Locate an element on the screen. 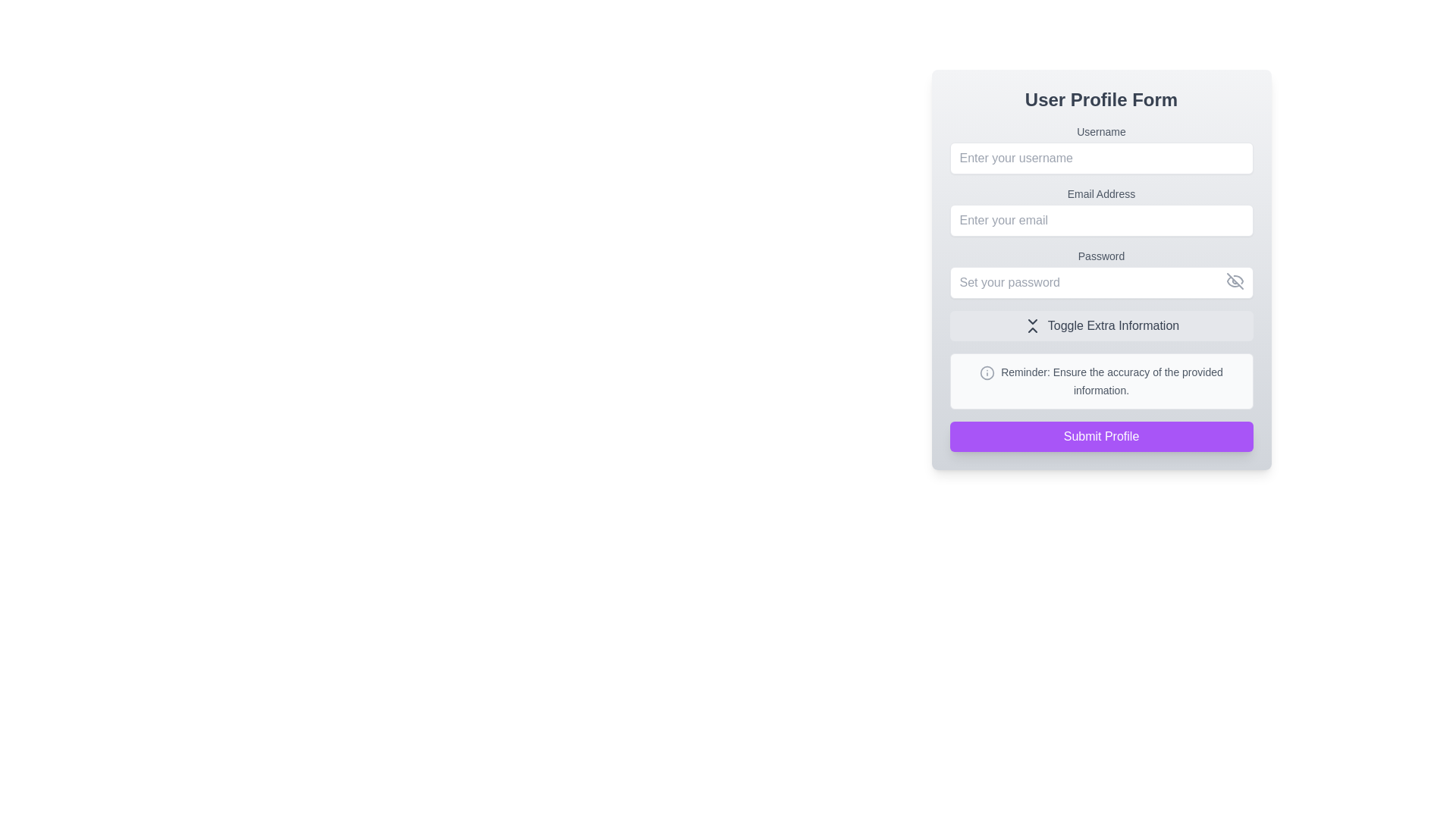 Image resolution: width=1456 pixels, height=819 pixels. inside the email address input field located in the User Profile Form, which is the second input field below the Username field is located at coordinates (1101, 211).